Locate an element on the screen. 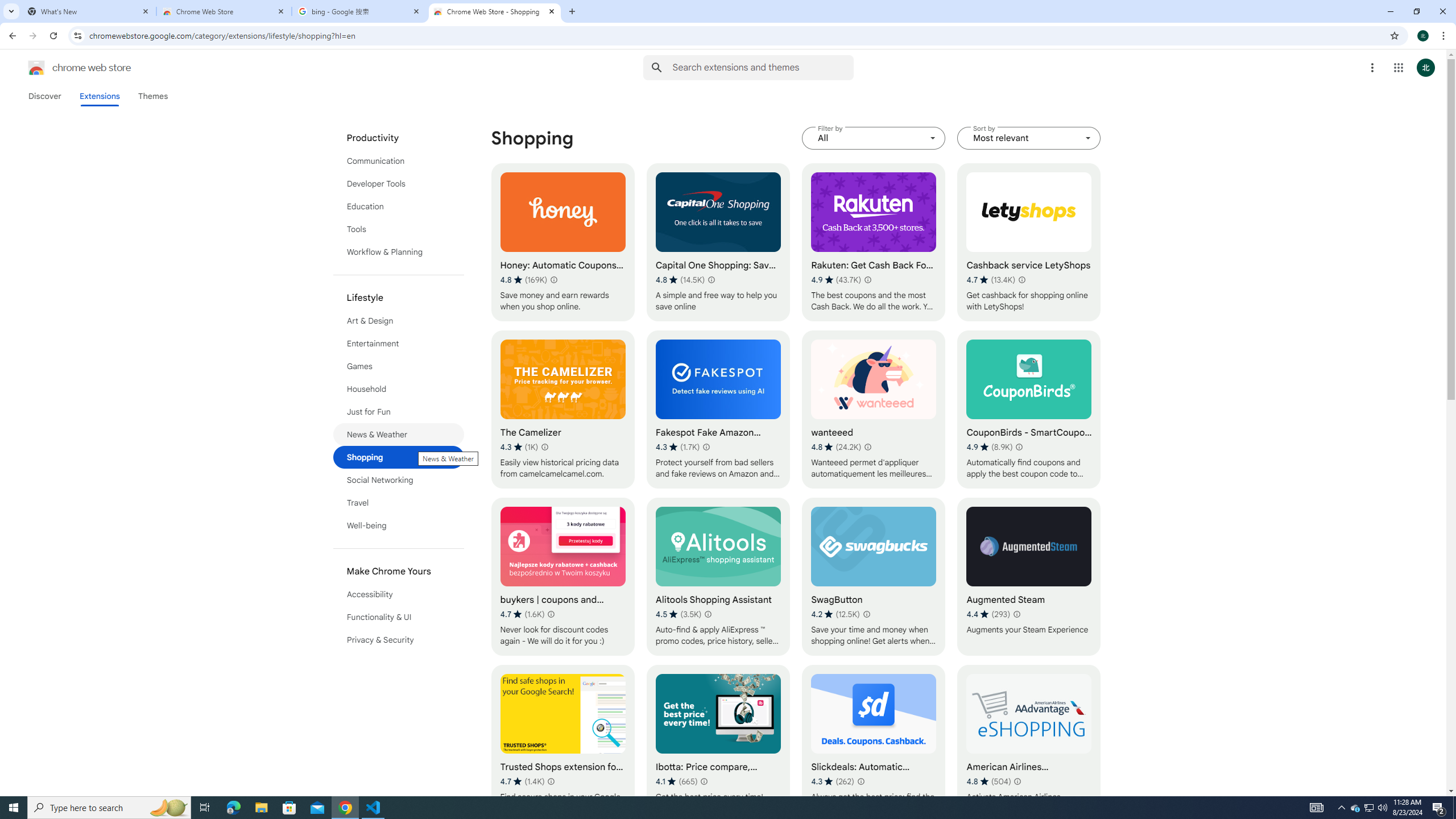 The height and width of the screenshot is (819, 1456). 'Entertainment' is located at coordinates (399, 344).